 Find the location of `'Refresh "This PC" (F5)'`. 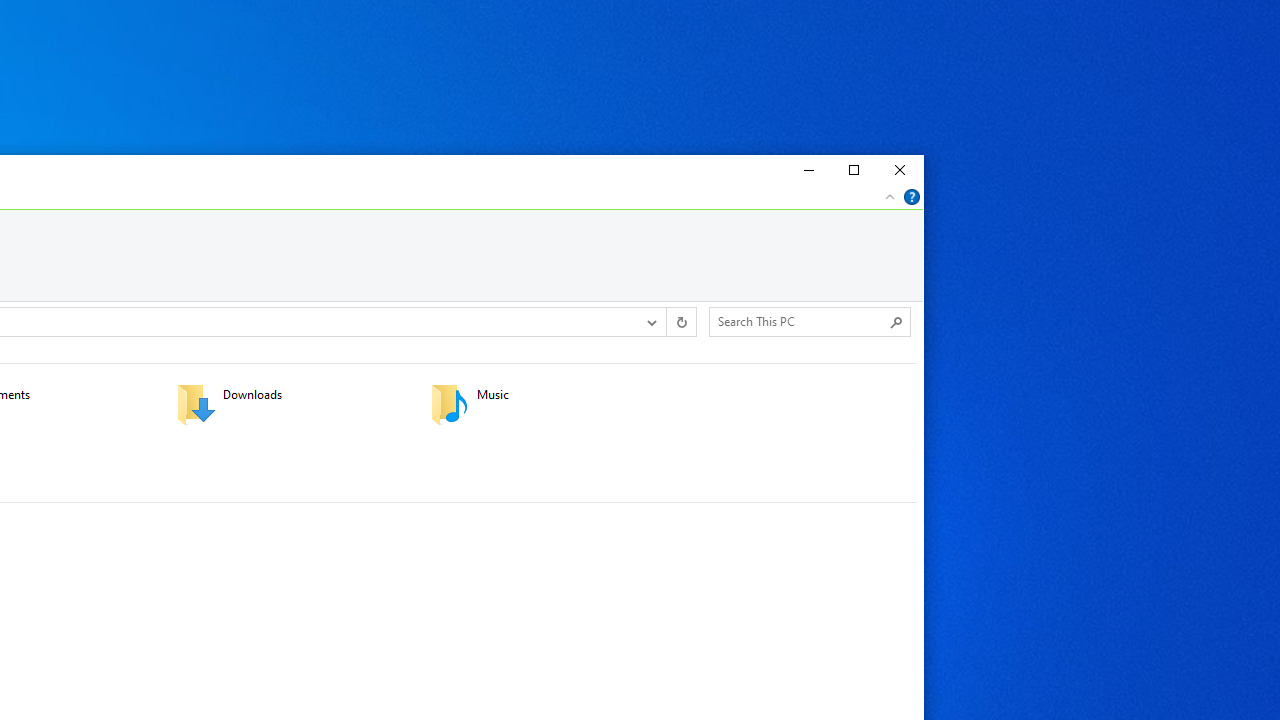

'Refresh "This PC" (F5)' is located at coordinates (680, 320).